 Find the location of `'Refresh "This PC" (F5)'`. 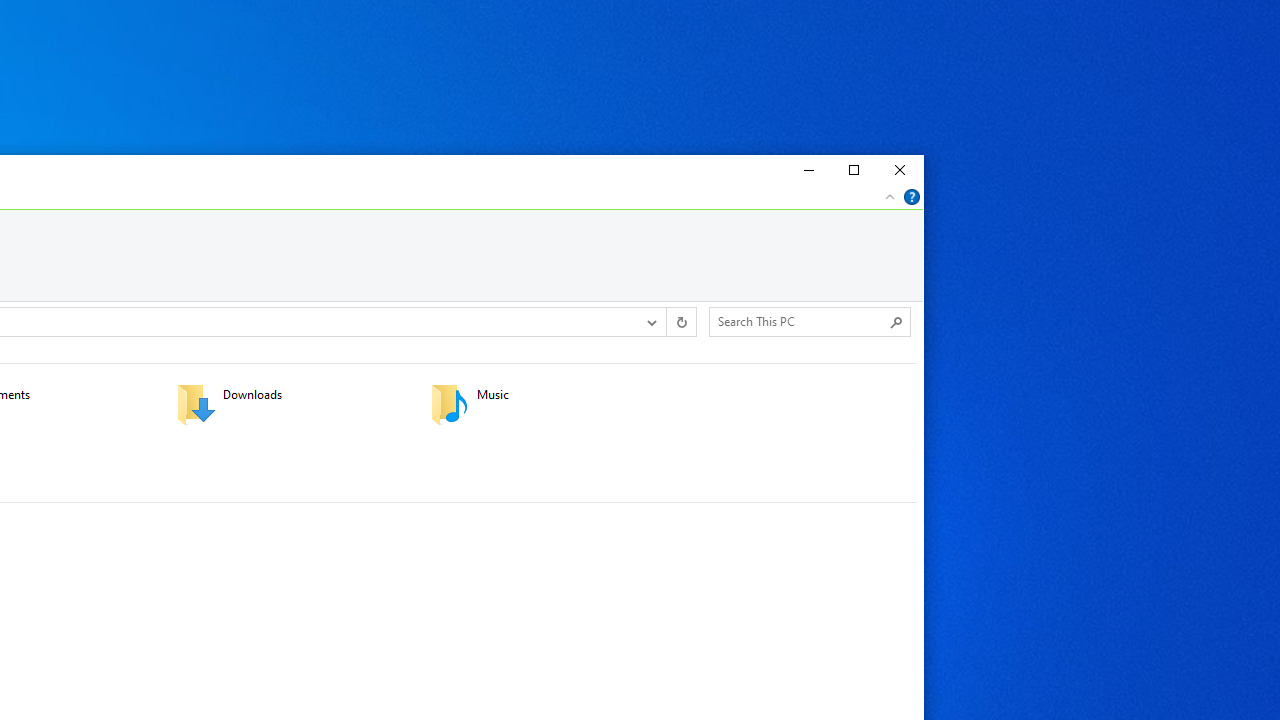

'Refresh "This PC" (F5)' is located at coordinates (680, 320).